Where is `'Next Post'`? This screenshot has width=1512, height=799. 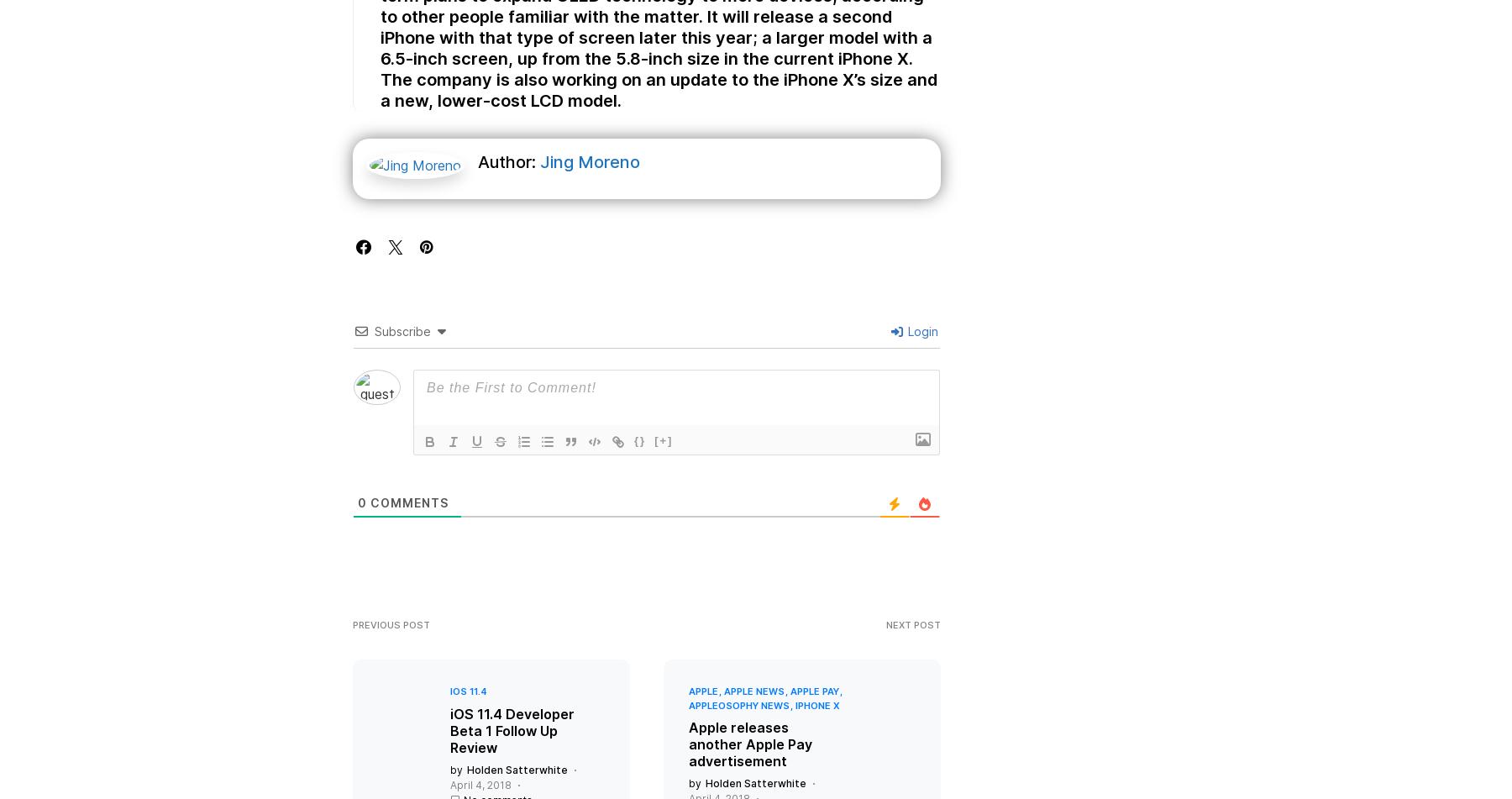
'Next Post' is located at coordinates (913, 639).